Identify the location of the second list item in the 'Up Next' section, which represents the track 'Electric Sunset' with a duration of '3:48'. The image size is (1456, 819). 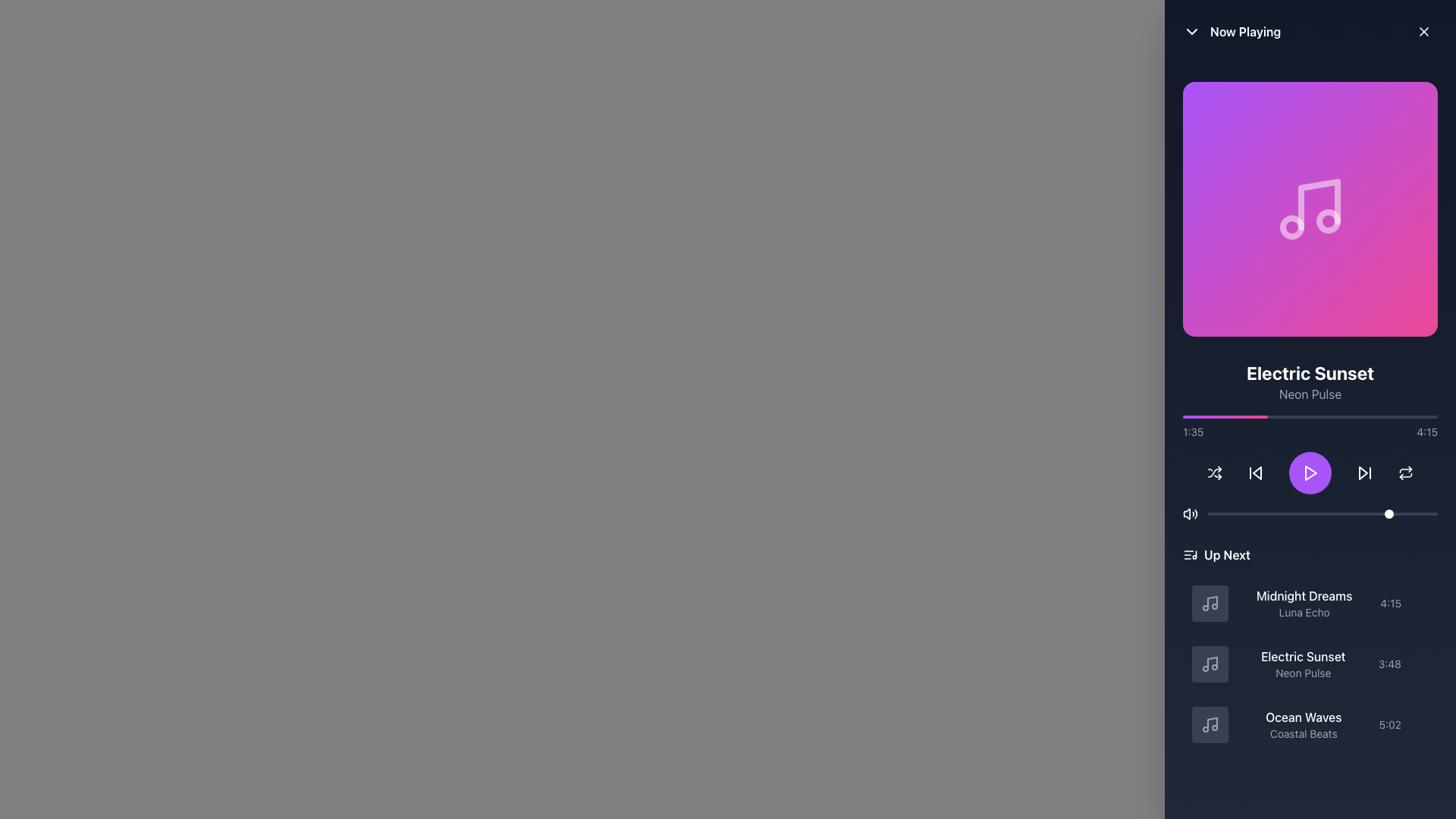
(1310, 663).